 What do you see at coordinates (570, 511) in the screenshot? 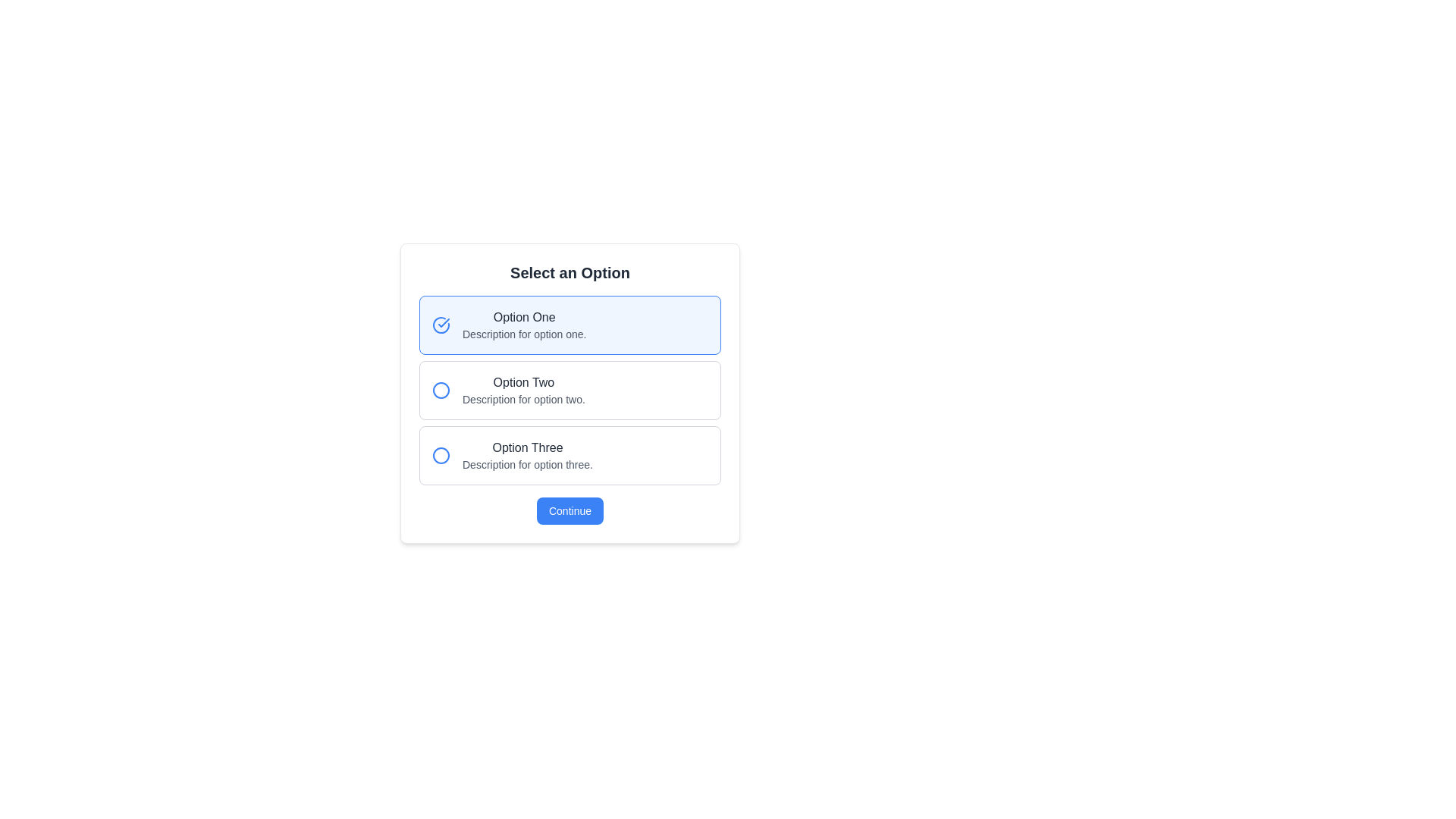
I see `the rectangular button with rounded corners that has a blue background and contains the text 'Continue' in white to trigger the hover effect` at bounding box center [570, 511].